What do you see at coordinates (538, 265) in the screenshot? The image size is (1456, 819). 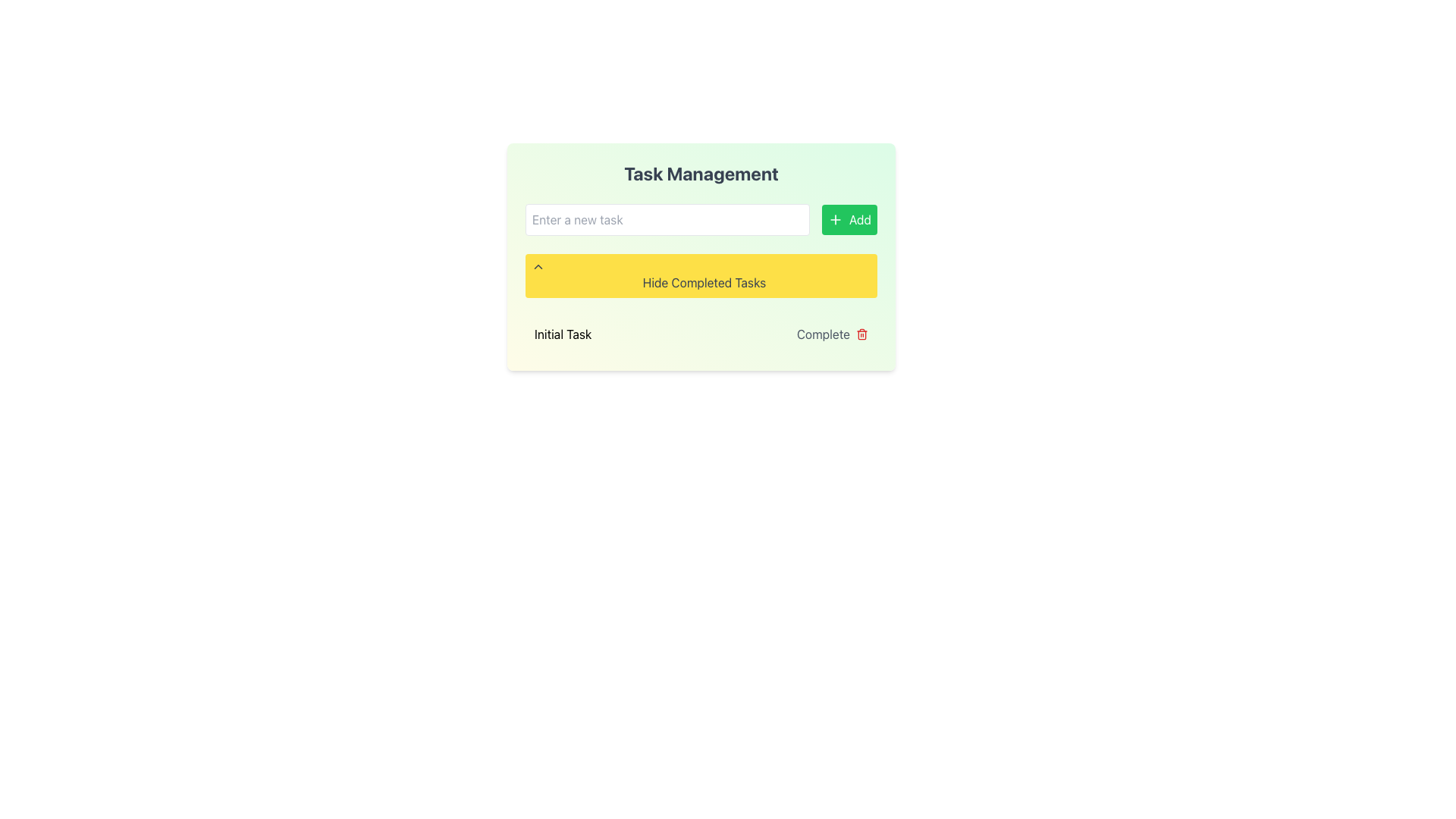 I see `the small upward chevron icon located to the left of the 'Hide Completed Tasks' button` at bounding box center [538, 265].